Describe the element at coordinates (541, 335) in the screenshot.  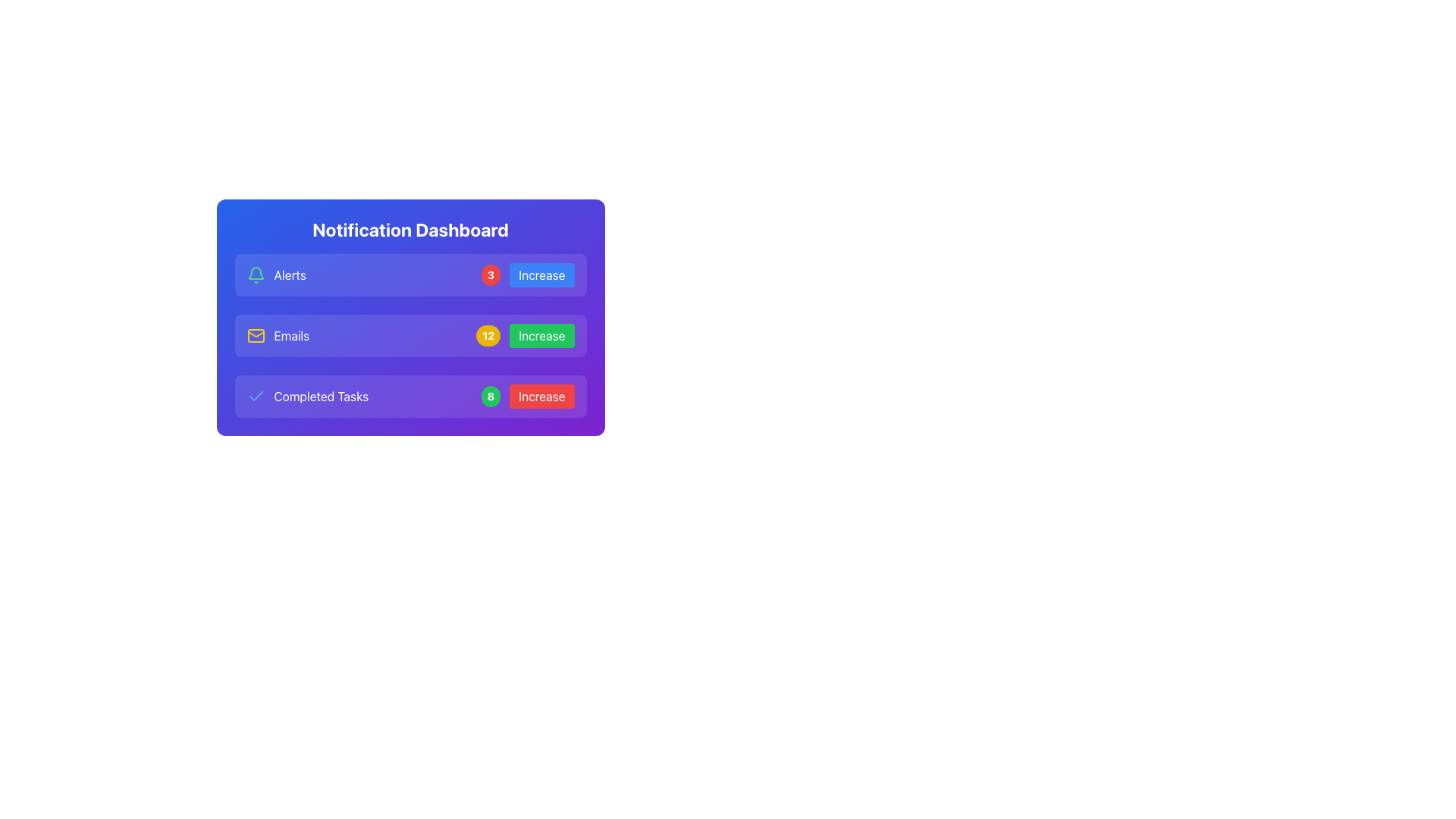
I see `the button to the right of the yellow badge labeled '12' in the 'Emails' entry of the 'Notification Dashboard' table` at that location.